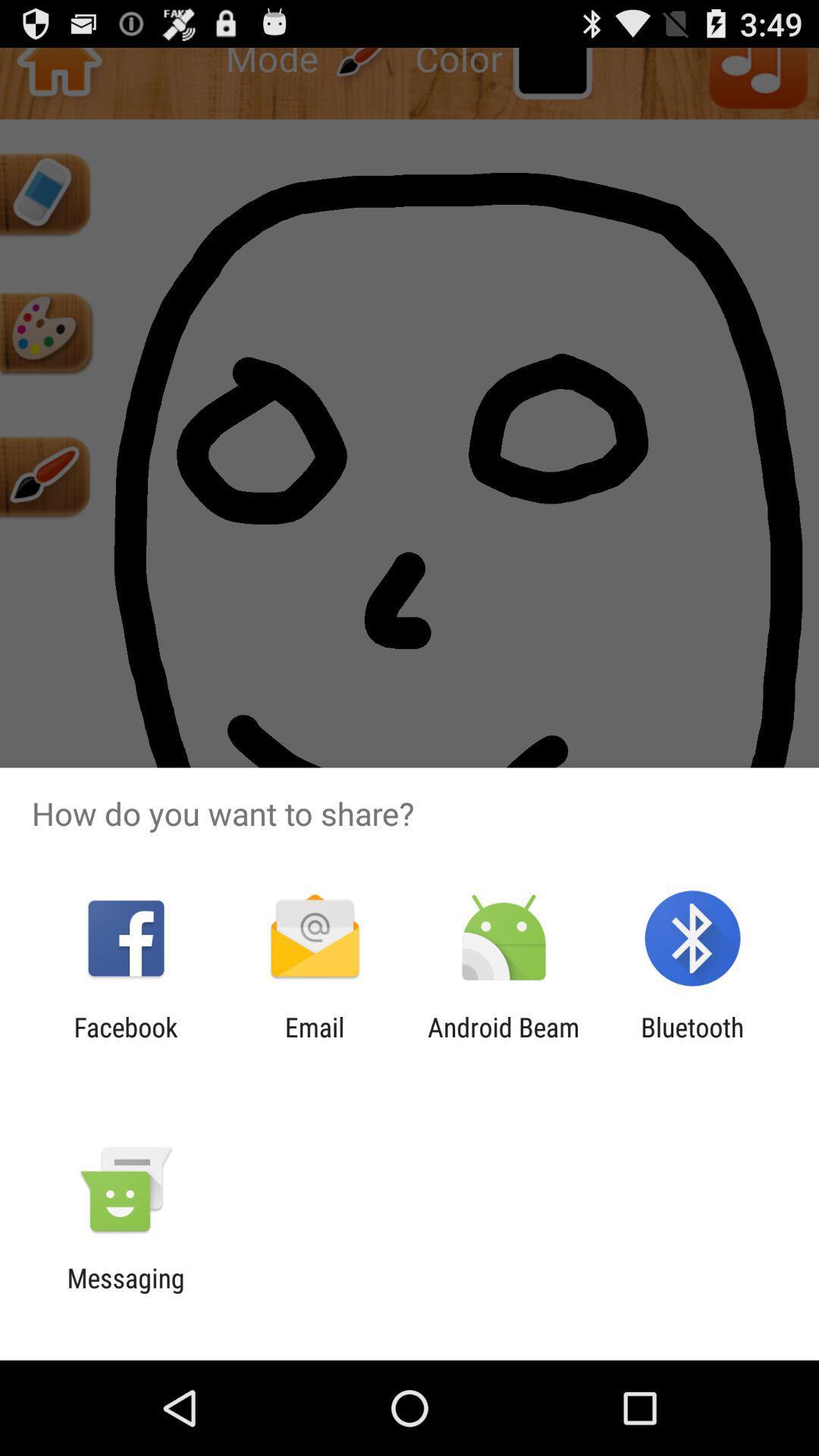 This screenshot has width=819, height=1456. I want to click on the item to the right of the email, so click(504, 1042).